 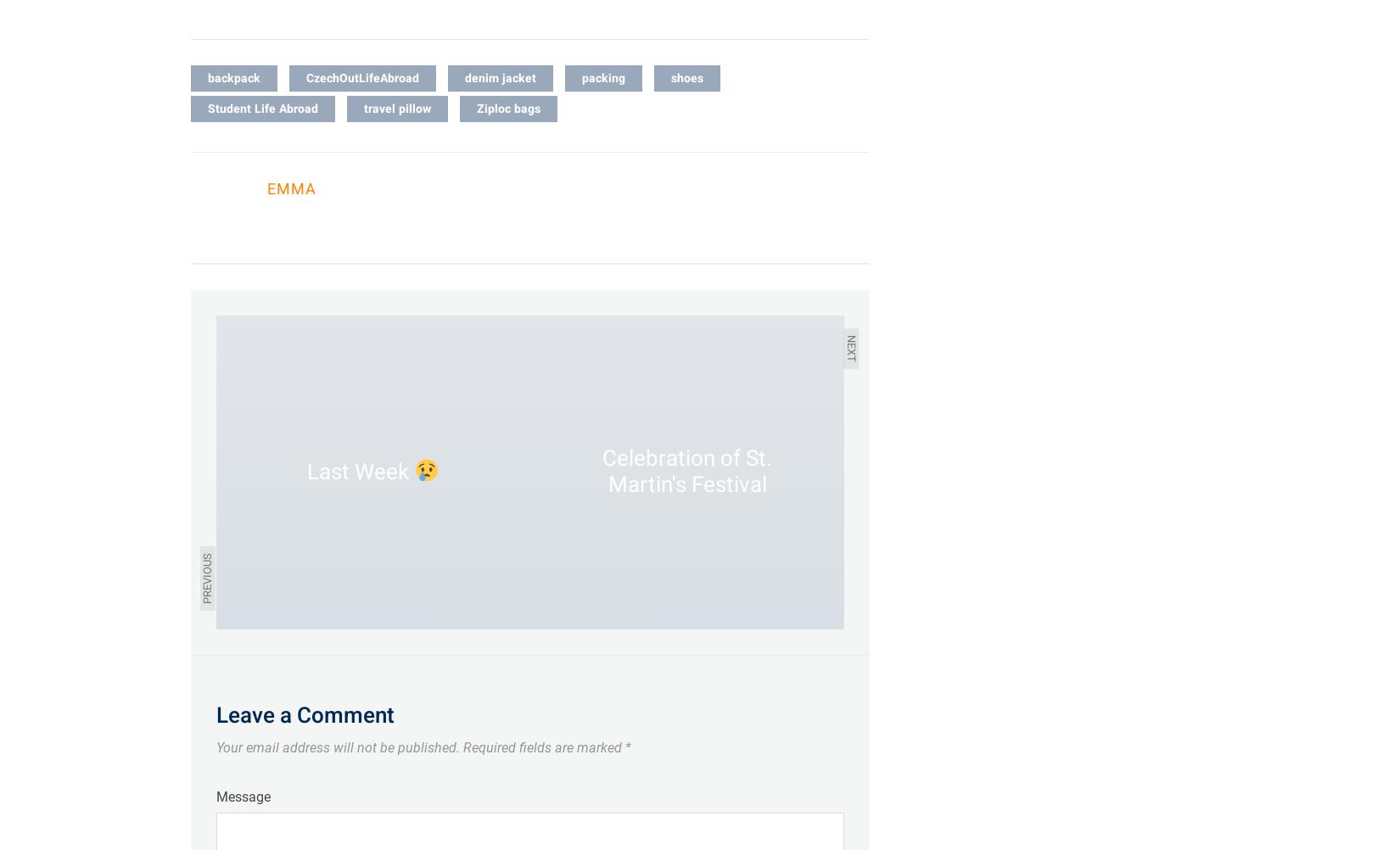 What do you see at coordinates (627, 747) in the screenshot?
I see `'*'` at bounding box center [627, 747].